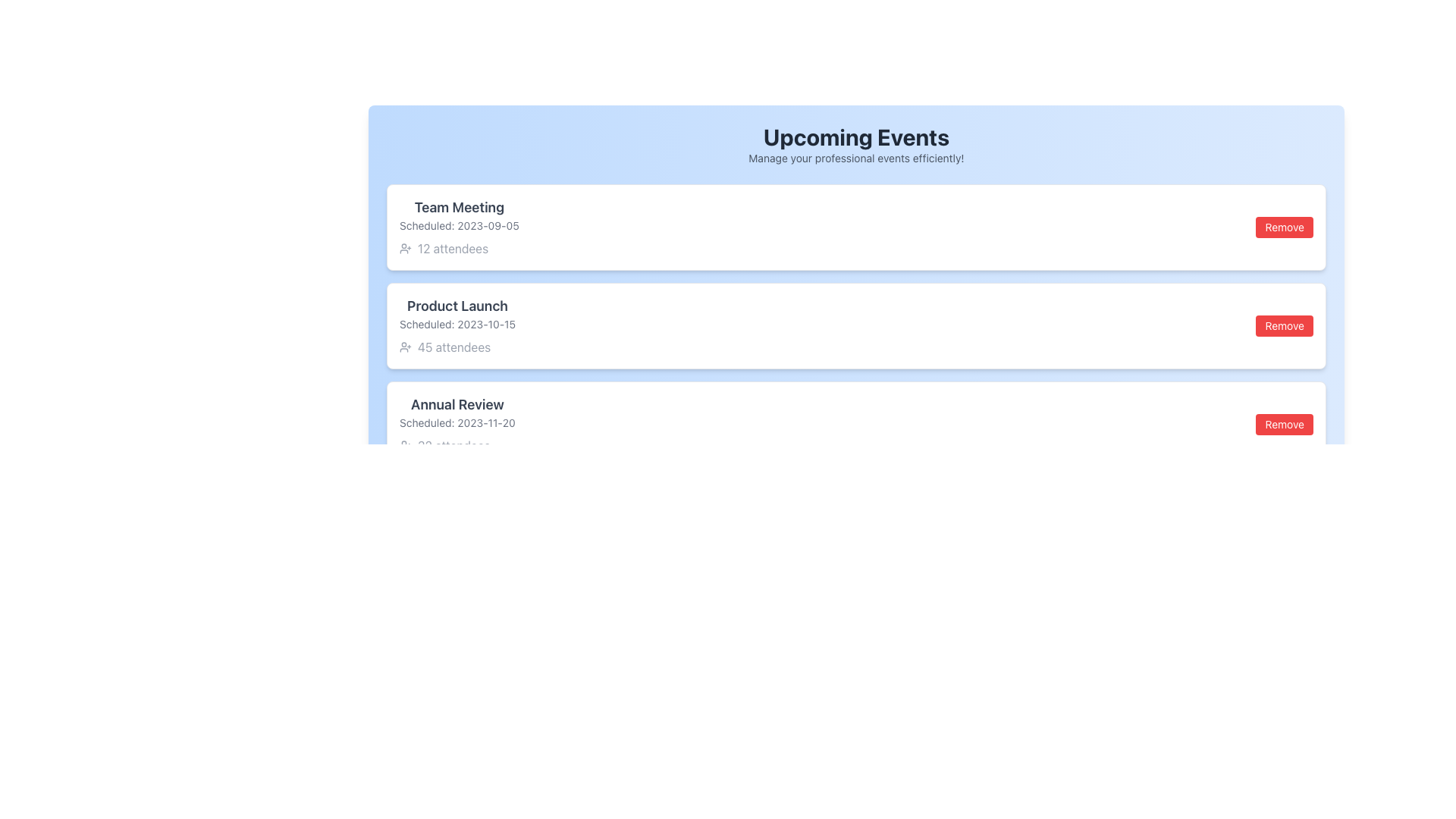 The height and width of the screenshot is (819, 1456). Describe the element at coordinates (856, 137) in the screenshot. I see `the text element displaying 'Upcoming Events' which is located at the top-center of the interface, in a large, bold font against a light blue background` at that location.